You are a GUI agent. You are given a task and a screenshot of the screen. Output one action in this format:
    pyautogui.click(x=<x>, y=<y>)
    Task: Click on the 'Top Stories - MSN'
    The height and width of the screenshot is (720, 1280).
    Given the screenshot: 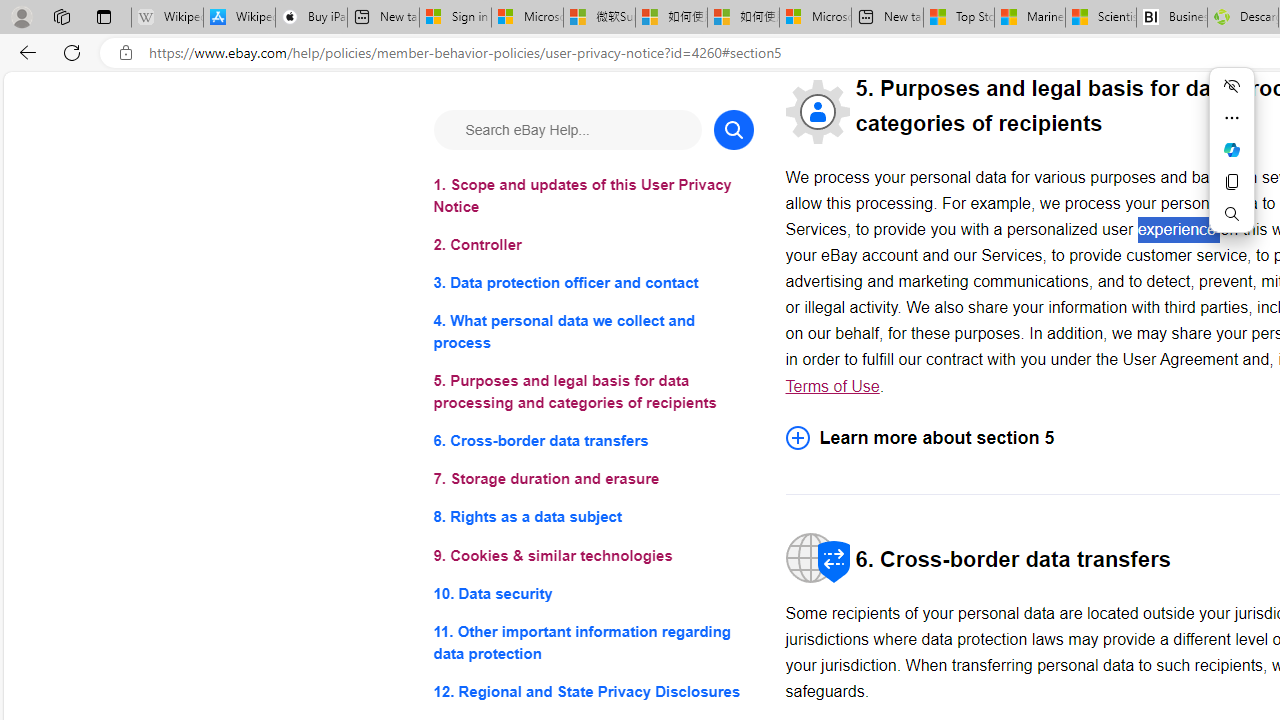 What is the action you would take?
    pyautogui.click(x=958, y=17)
    